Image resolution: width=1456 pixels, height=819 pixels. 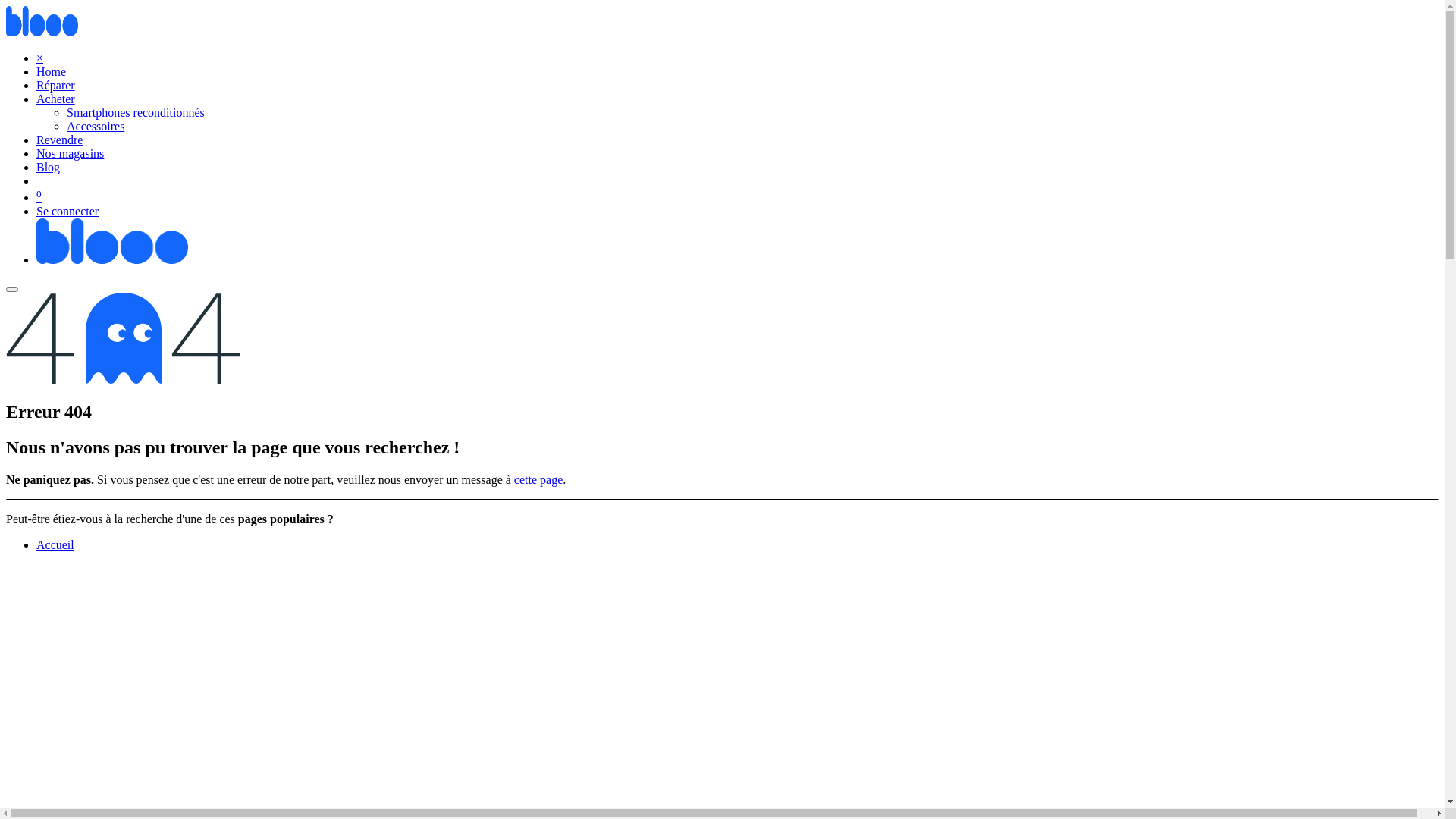 I want to click on 'Blog', so click(x=36, y=167).